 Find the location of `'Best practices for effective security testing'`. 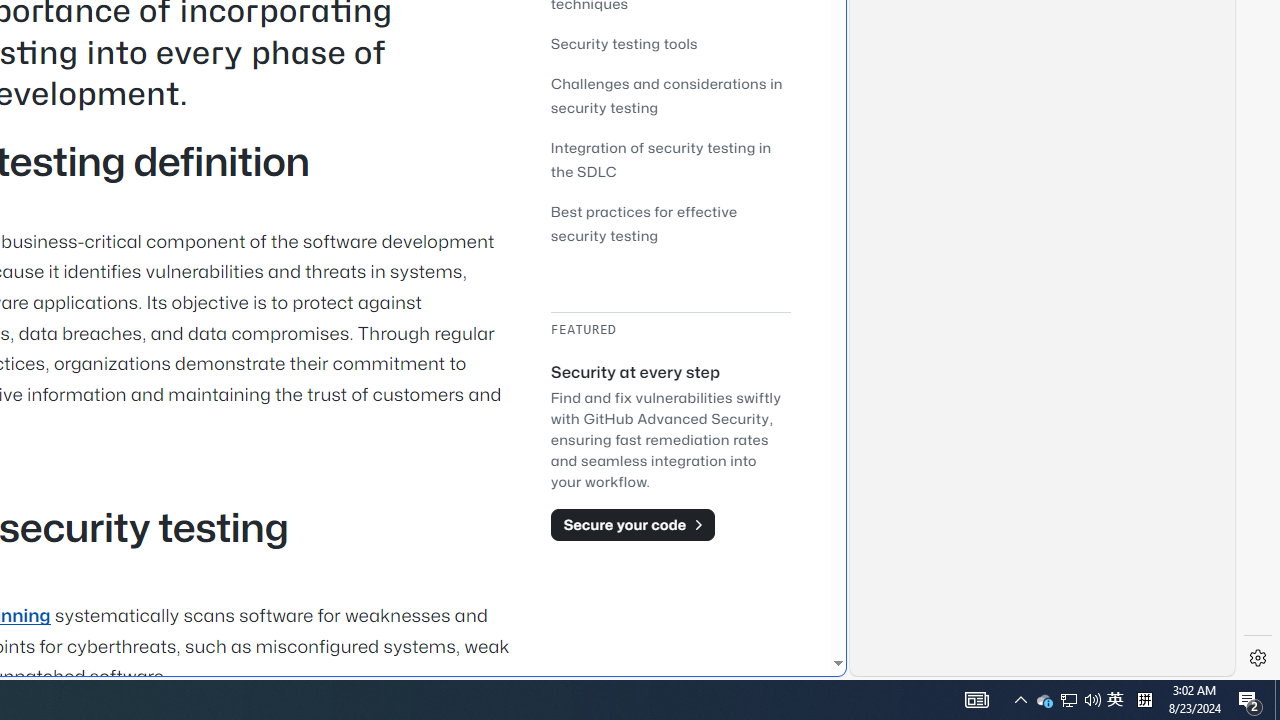

'Best practices for effective security testing' is located at coordinates (670, 223).